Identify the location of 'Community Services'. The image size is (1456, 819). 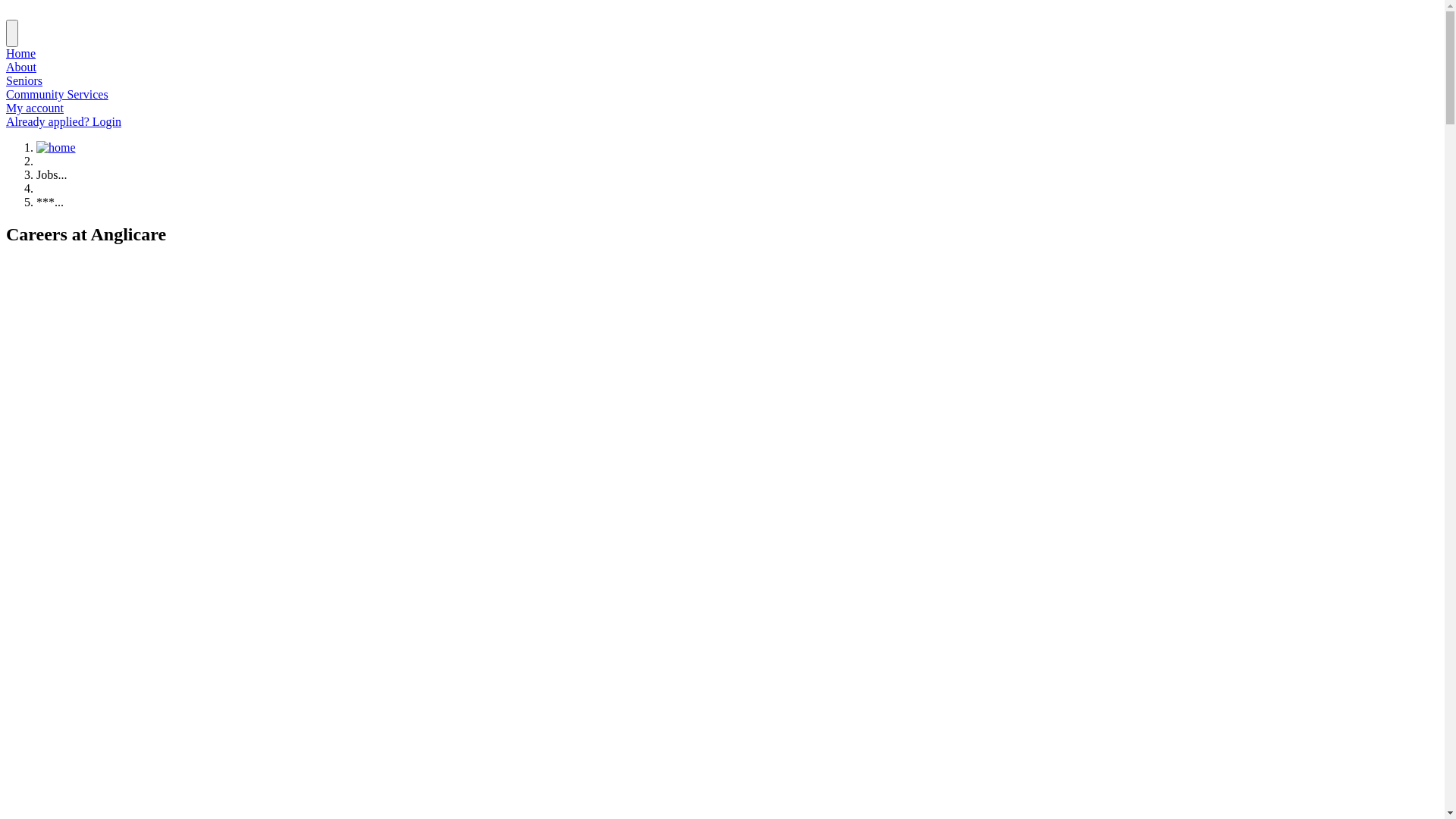
(6, 94).